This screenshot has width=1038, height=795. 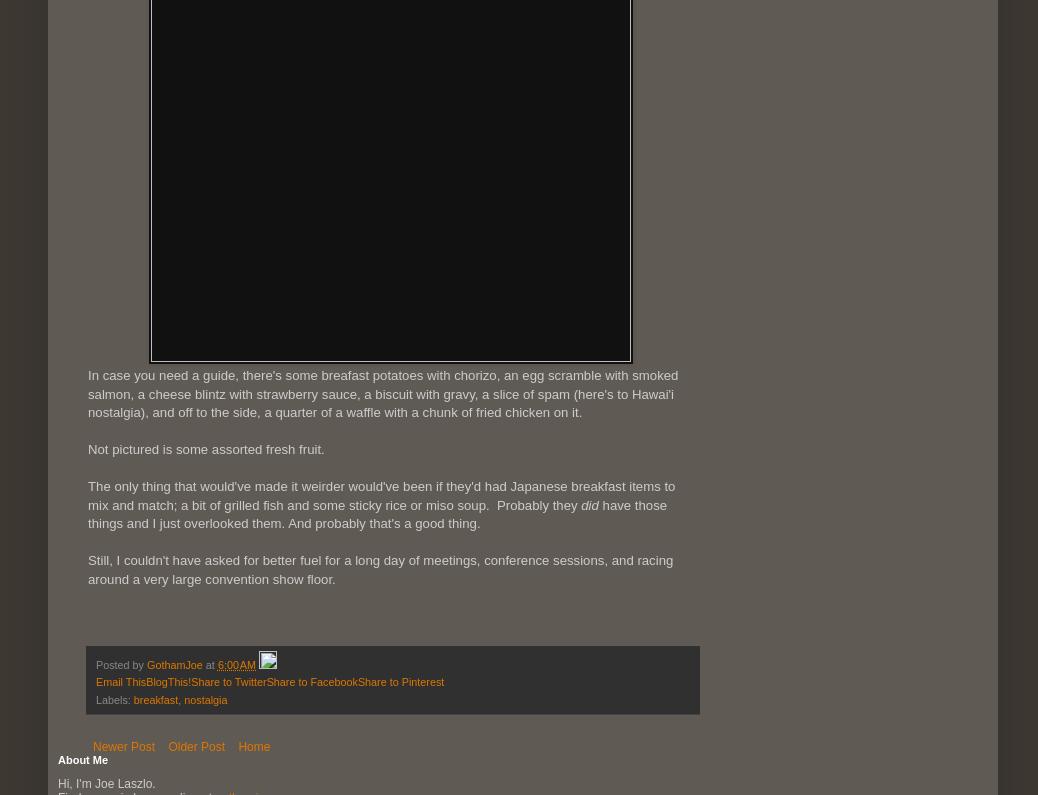 I want to click on 'Share to Twitter', so click(x=227, y=681).